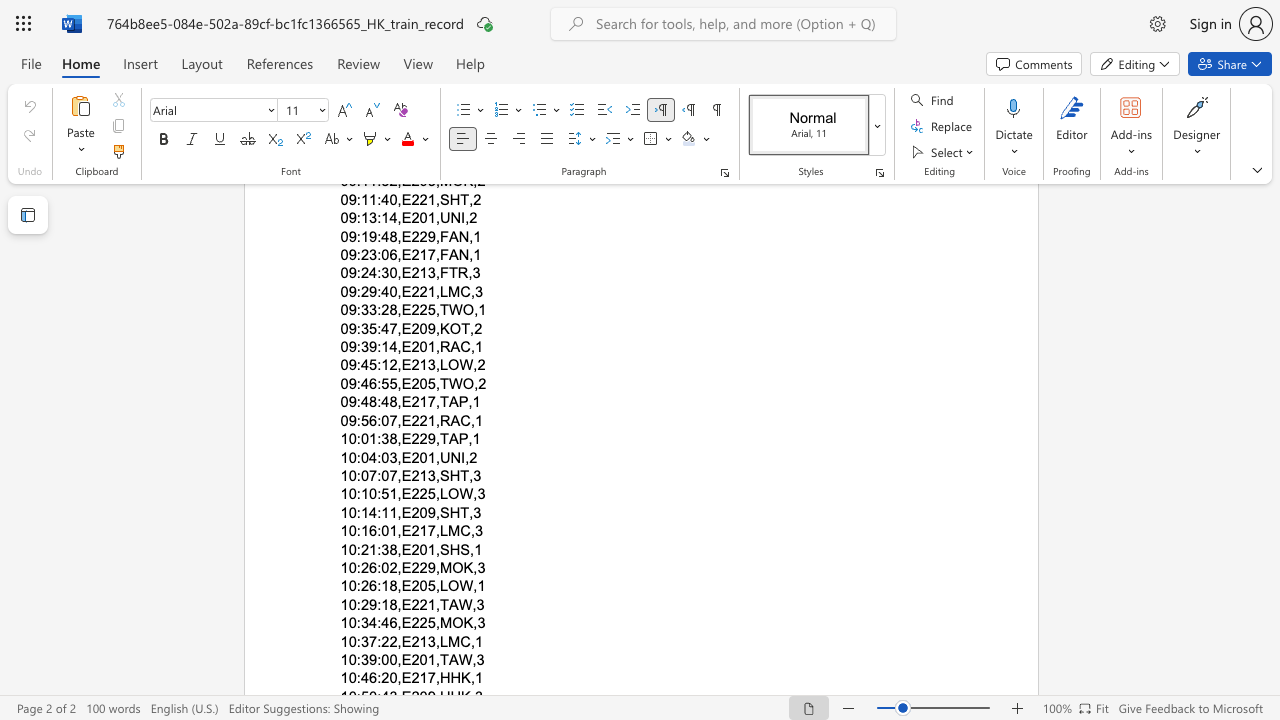 The width and height of the screenshot is (1280, 720). What do you see at coordinates (381, 438) in the screenshot?
I see `the subset text "38,E229,T" within the text "10:01:38,E229,TAP,1"` at bounding box center [381, 438].